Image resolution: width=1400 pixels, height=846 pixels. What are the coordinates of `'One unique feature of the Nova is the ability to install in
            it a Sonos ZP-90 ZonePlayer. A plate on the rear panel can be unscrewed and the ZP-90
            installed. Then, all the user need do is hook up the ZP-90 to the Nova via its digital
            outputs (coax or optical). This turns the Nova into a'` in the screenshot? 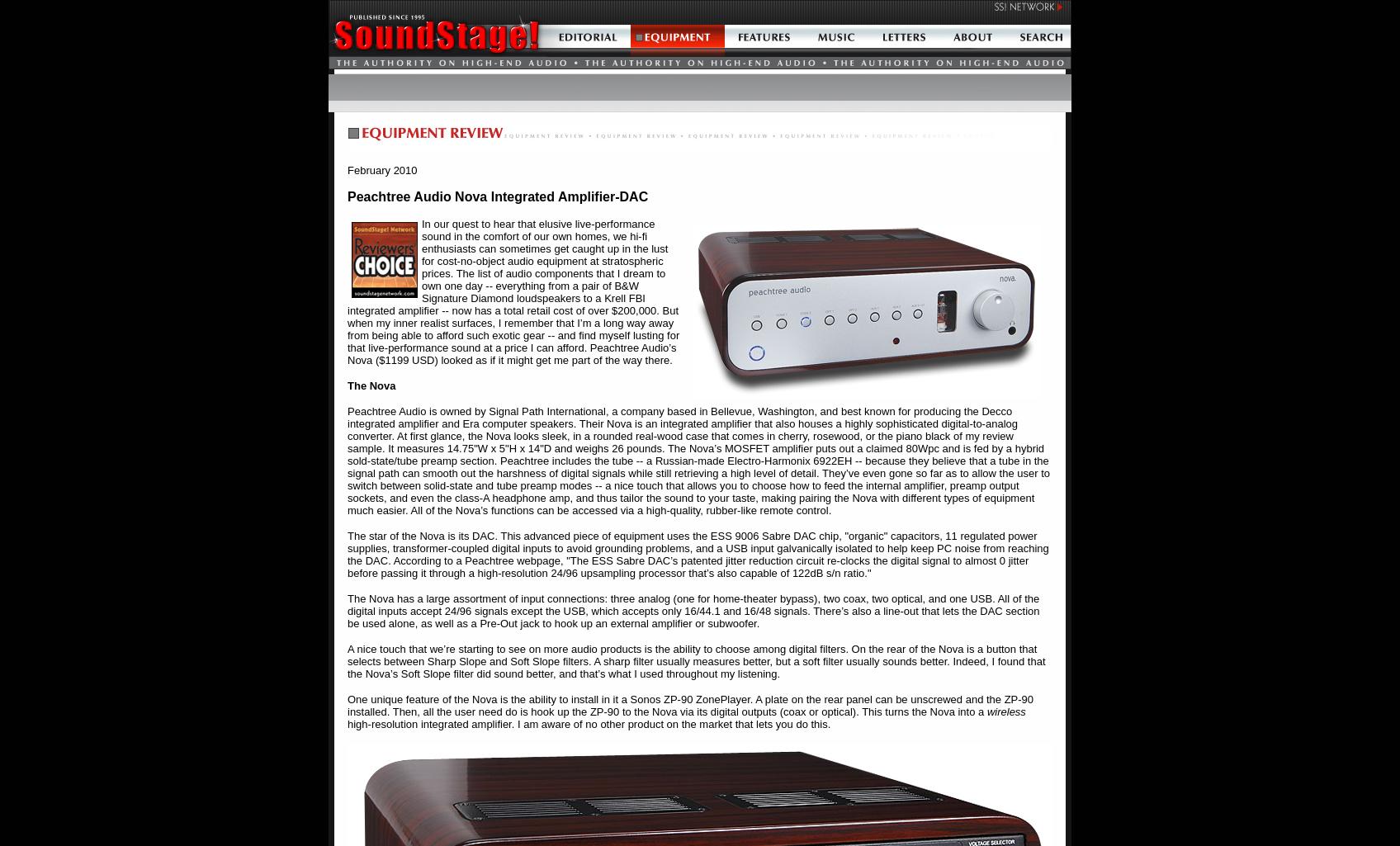 It's located at (689, 705).